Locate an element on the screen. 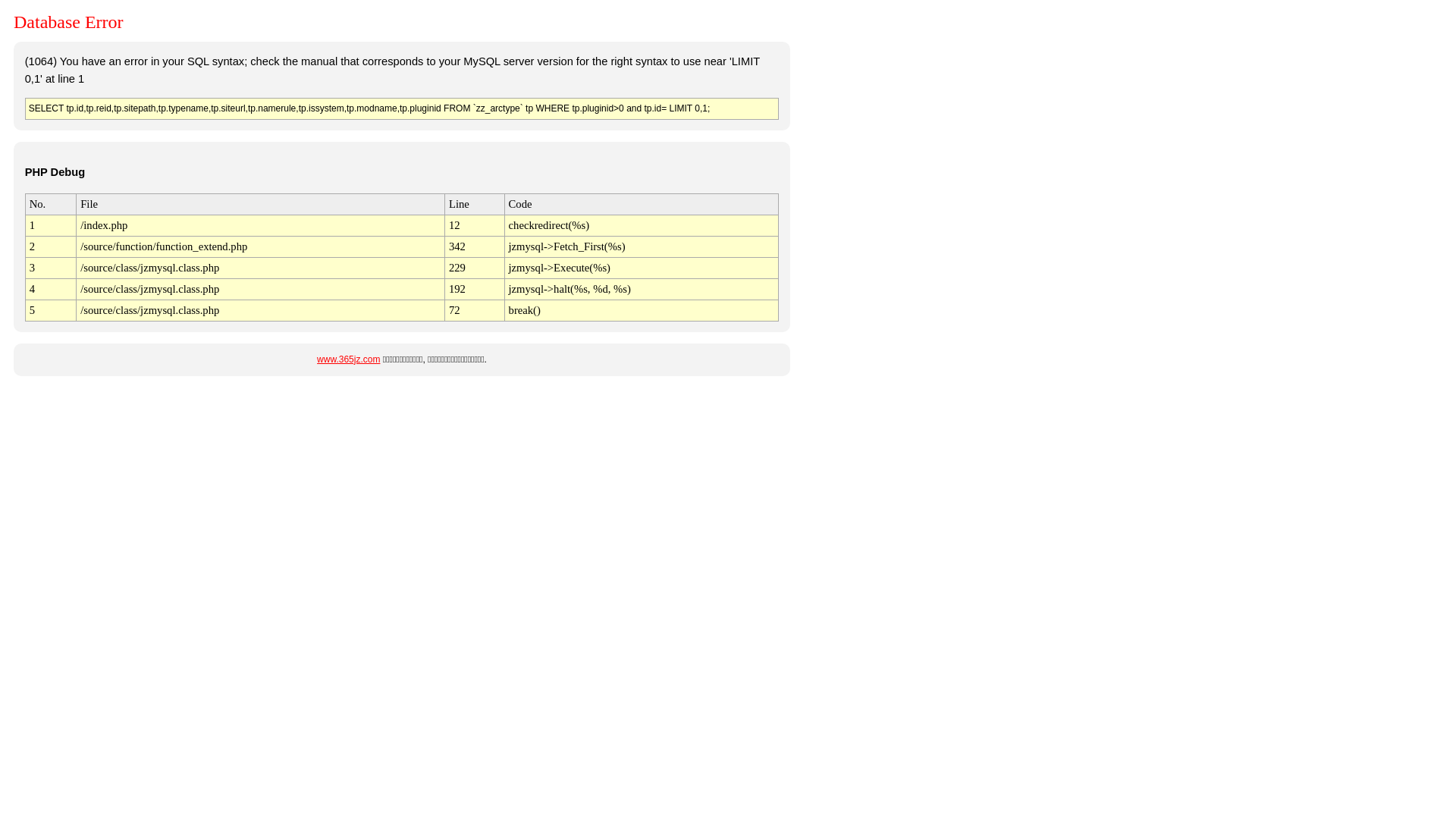 The width and height of the screenshot is (1456, 819). 'www.365jz.com' is located at coordinates (315, 359).